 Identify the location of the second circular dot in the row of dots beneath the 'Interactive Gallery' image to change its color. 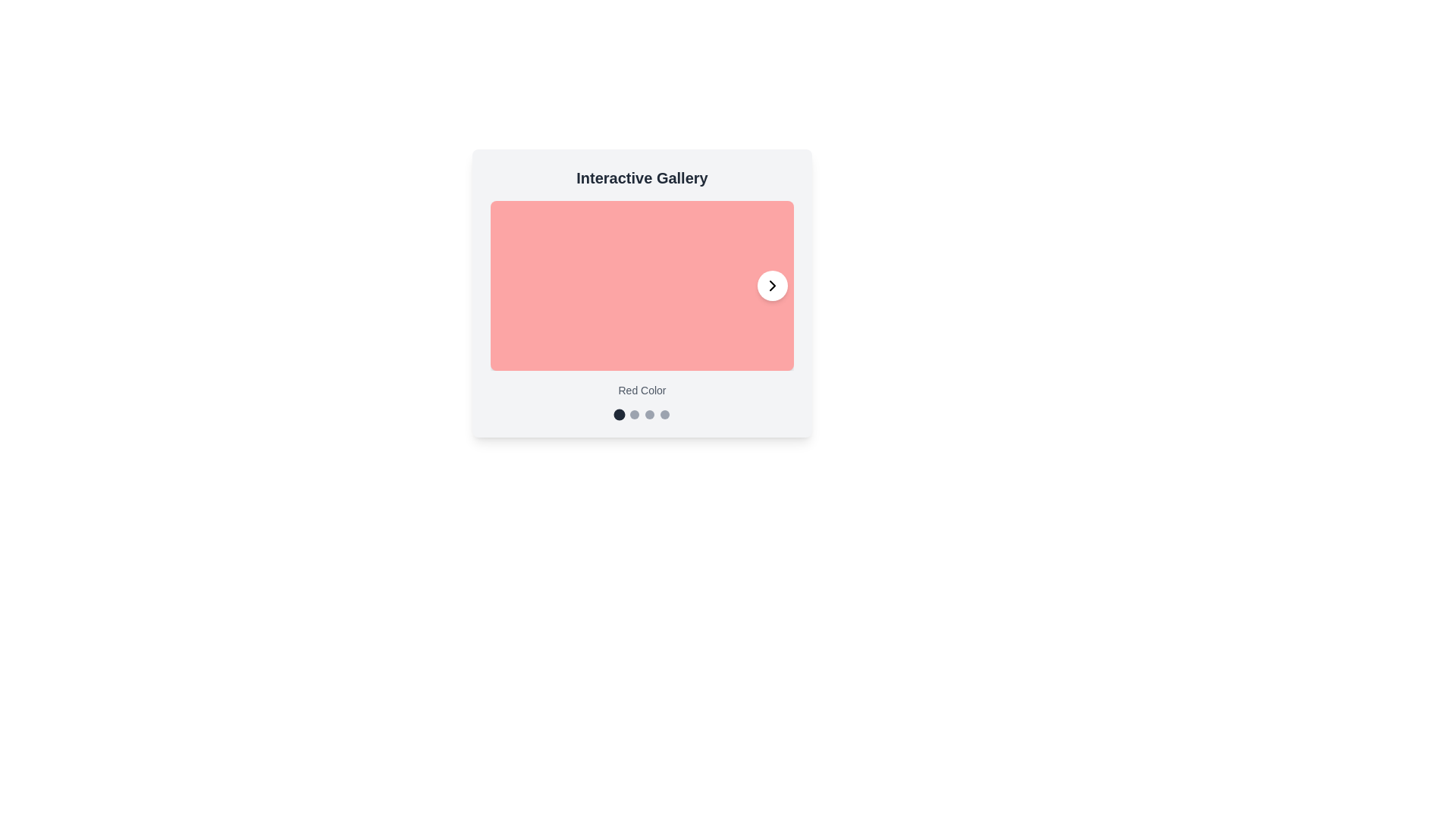
(634, 415).